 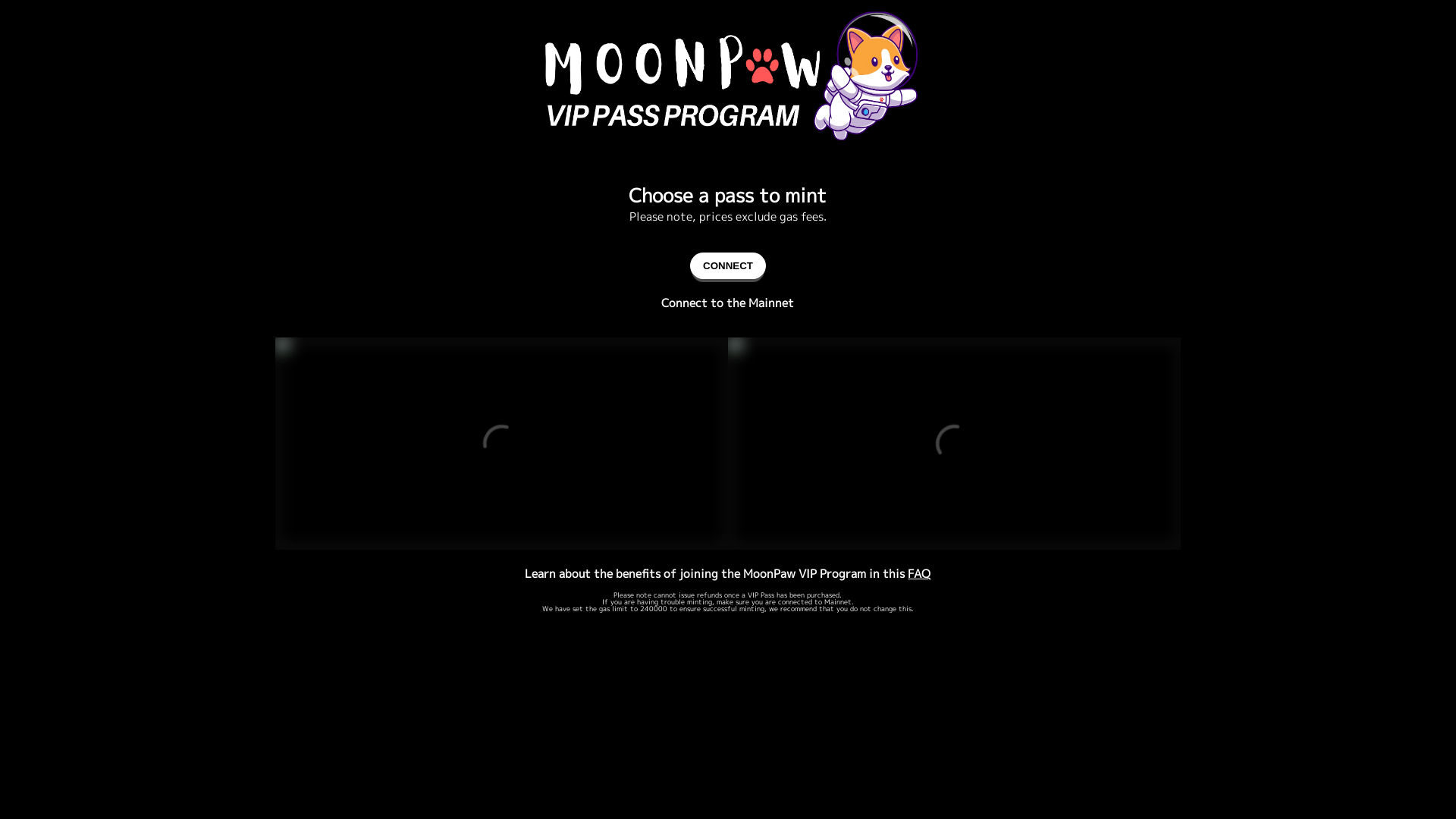 What do you see at coordinates (918, 573) in the screenshot?
I see `'FAQ'` at bounding box center [918, 573].